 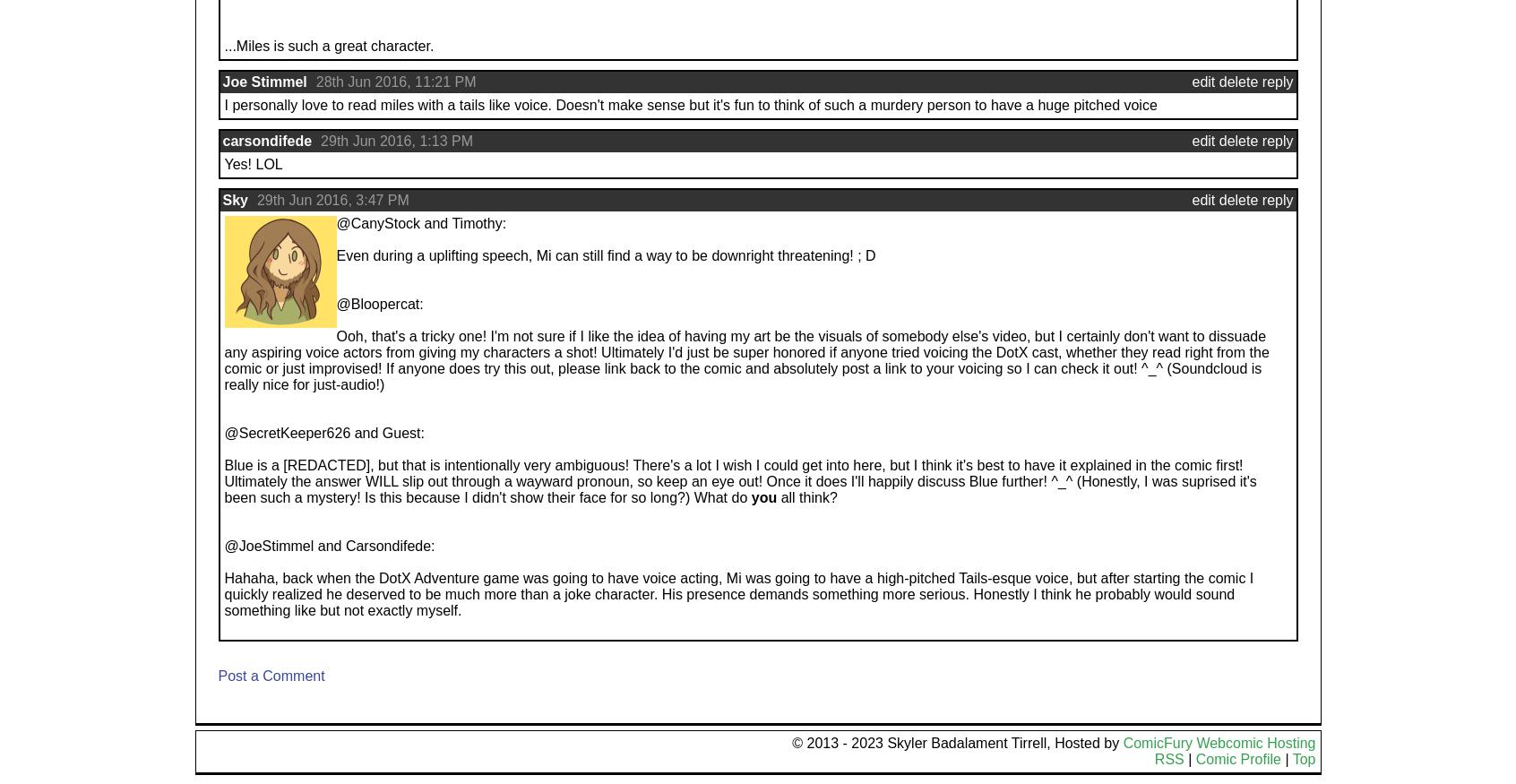 What do you see at coordinates (762, 496) in the screenshot?
I see `'you'` at bounding box center [762, 496].